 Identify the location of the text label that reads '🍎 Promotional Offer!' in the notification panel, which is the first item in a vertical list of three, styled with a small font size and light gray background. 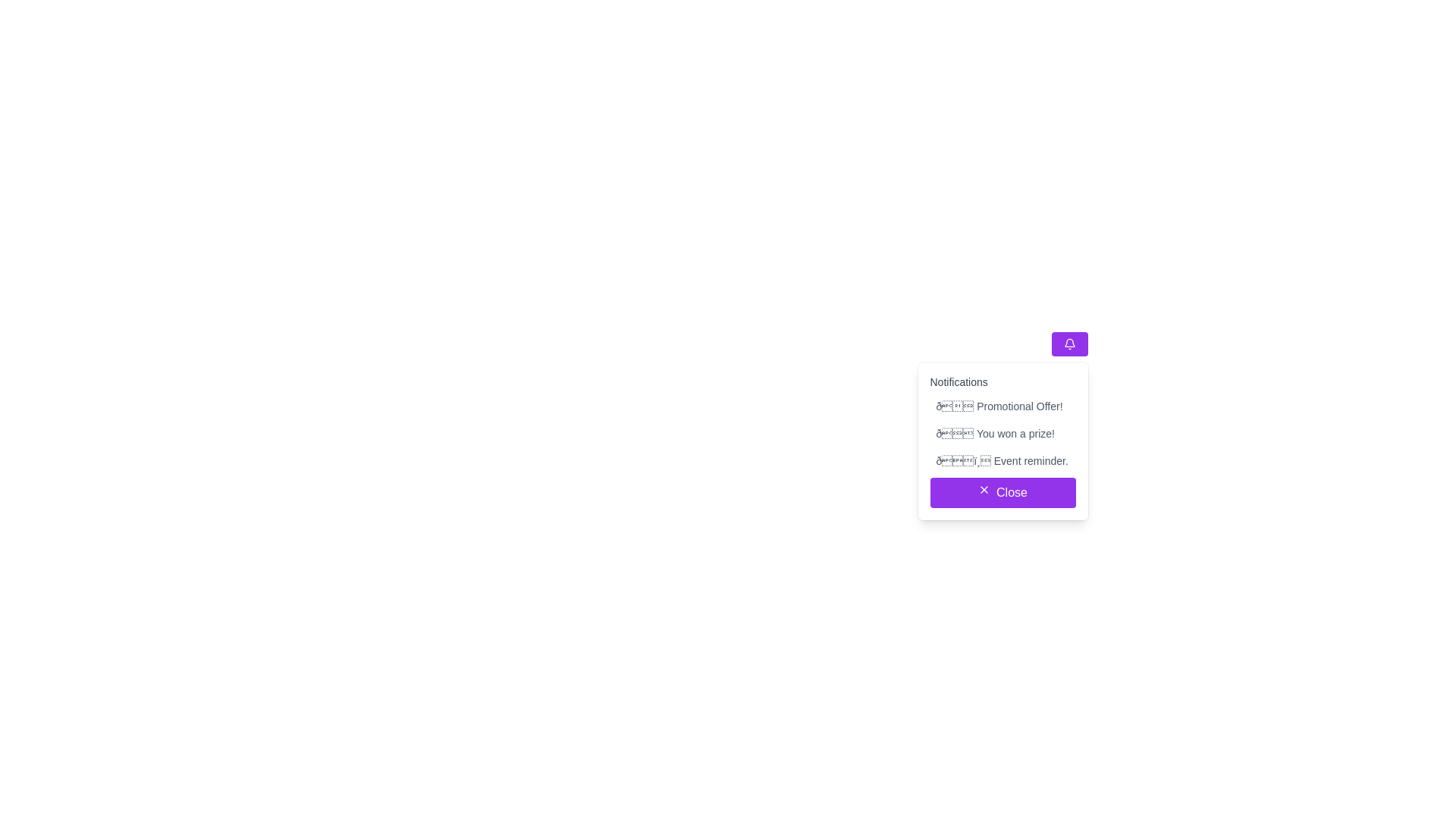
(1003, 406).